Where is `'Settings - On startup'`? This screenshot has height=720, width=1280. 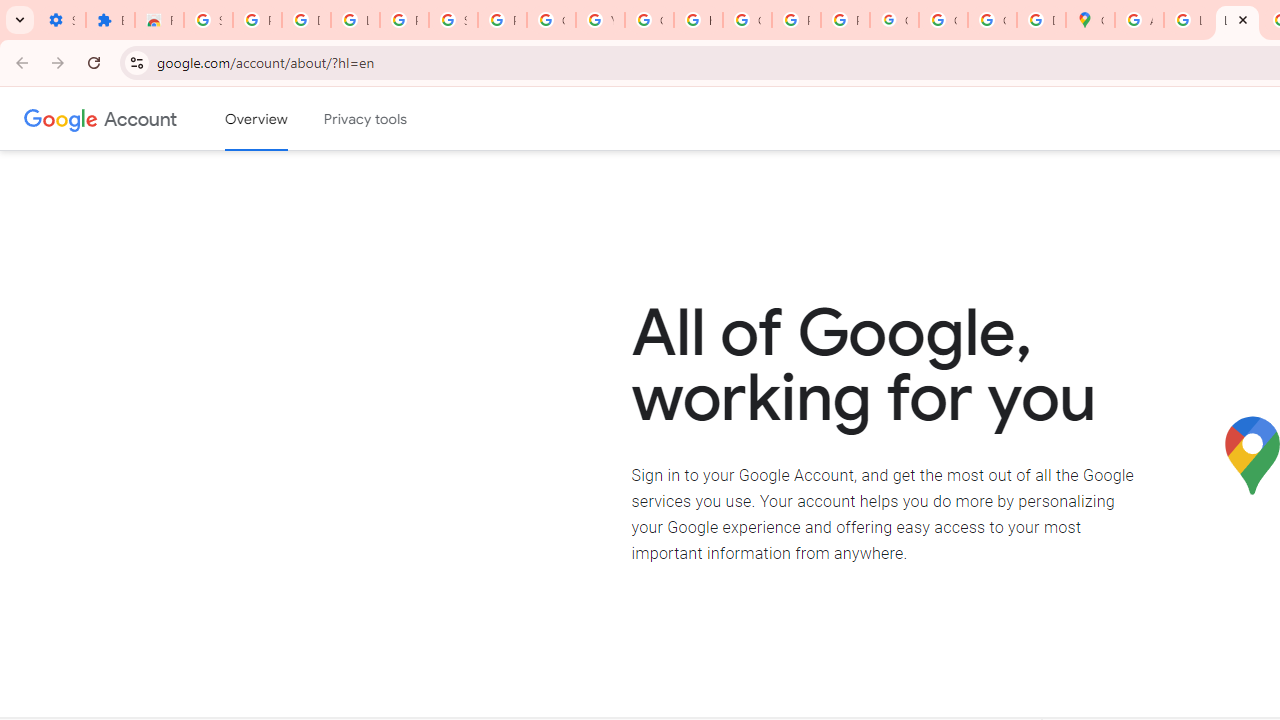 'Settings - On startup' is located at coordinates (61, 20).